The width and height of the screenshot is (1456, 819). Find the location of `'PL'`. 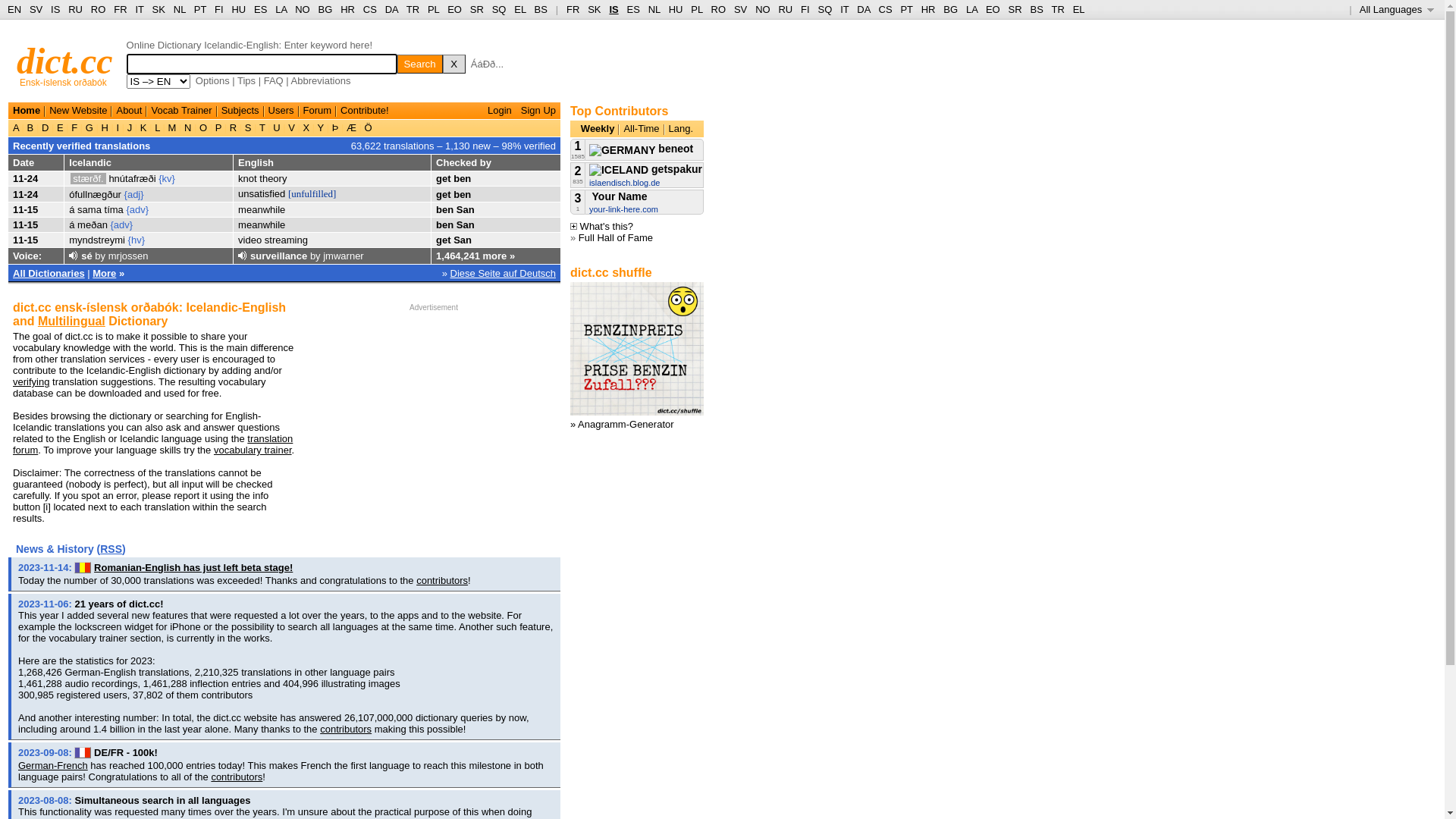

'PL' is located at coordinates (695, 9).